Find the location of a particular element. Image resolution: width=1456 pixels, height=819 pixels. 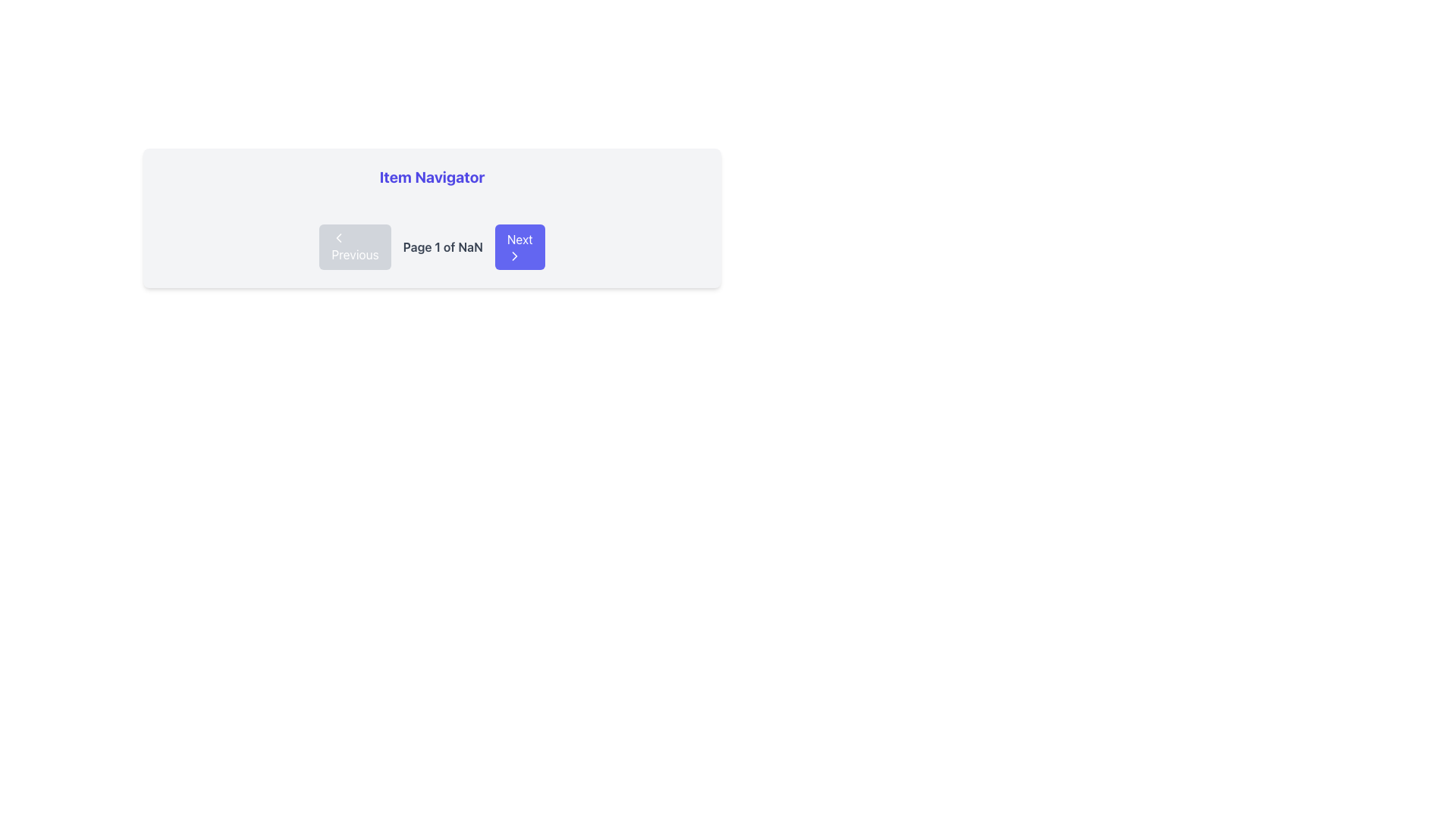

the text indicator displaying 'Page 1 of NaN' in bold gray font is located at coordinates (442, 246).